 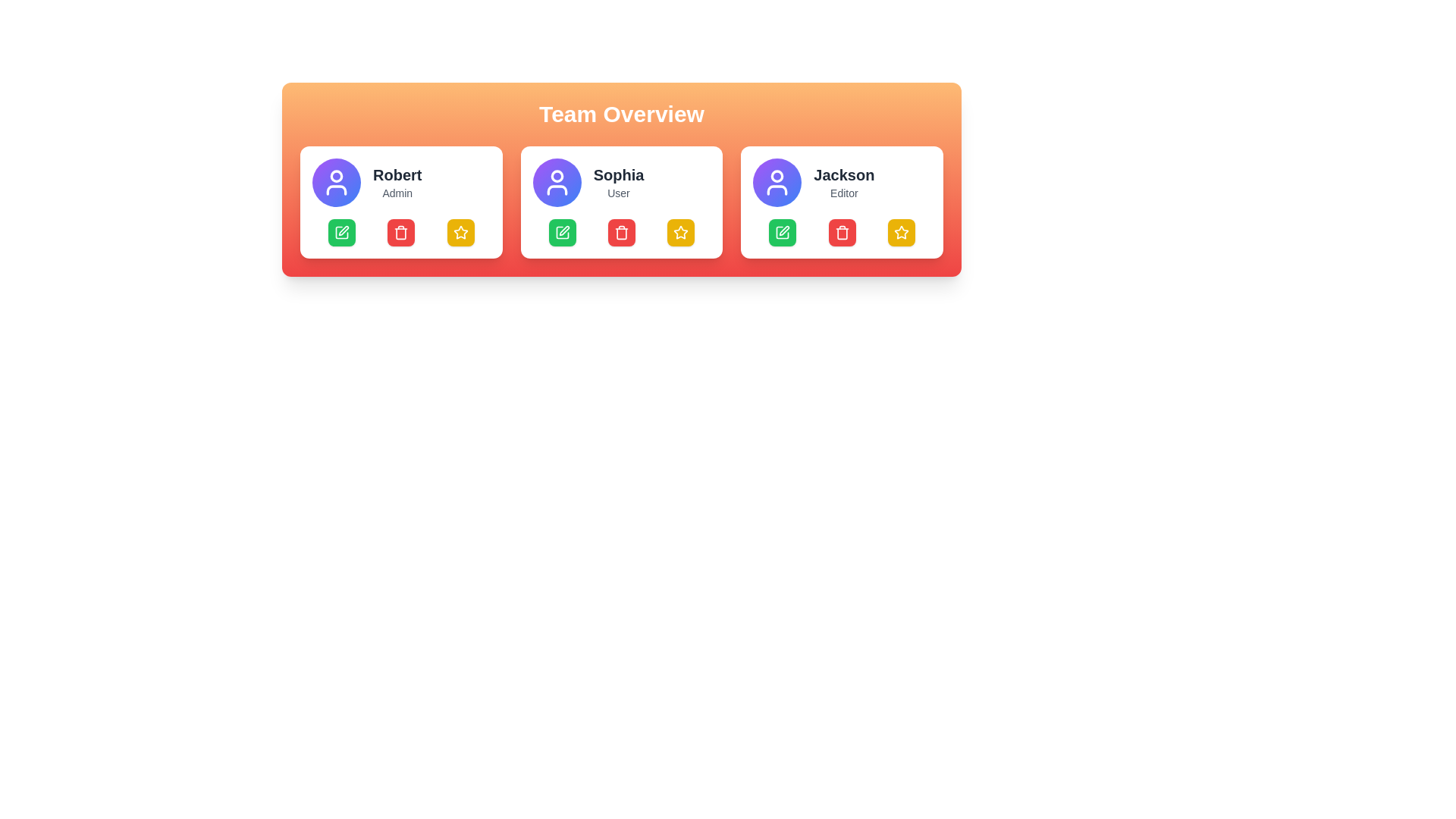 What do you see at coordinates (843, 181) in the screenshot?
I see `the text display that shows 'Jackson' and 'Editor' on the profile card of 'Jackson' in the Team Overview section` at bounding box center [843, 181].